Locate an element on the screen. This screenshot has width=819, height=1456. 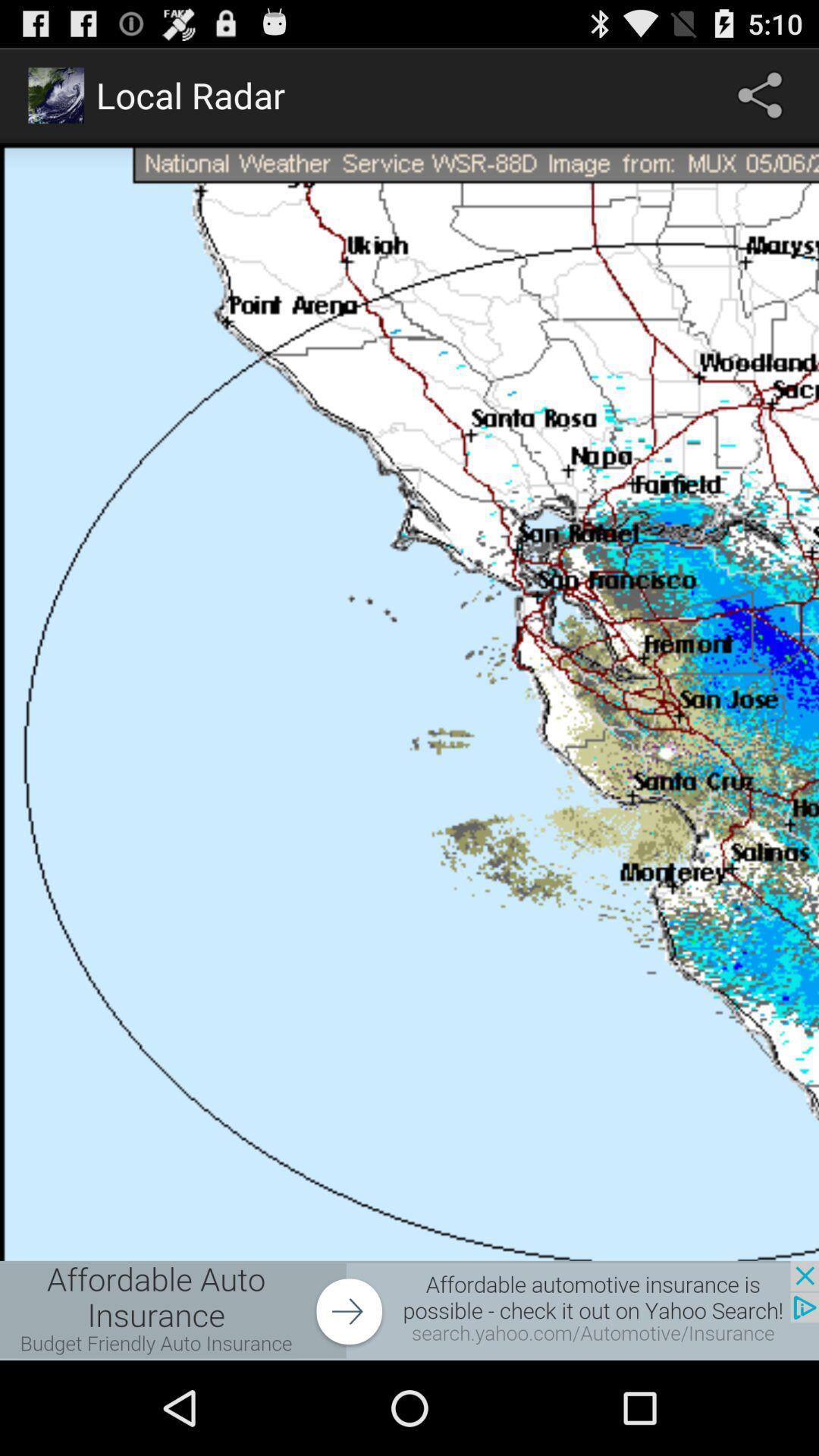
affordable auto insurance is located at coordinates (409, 1310).